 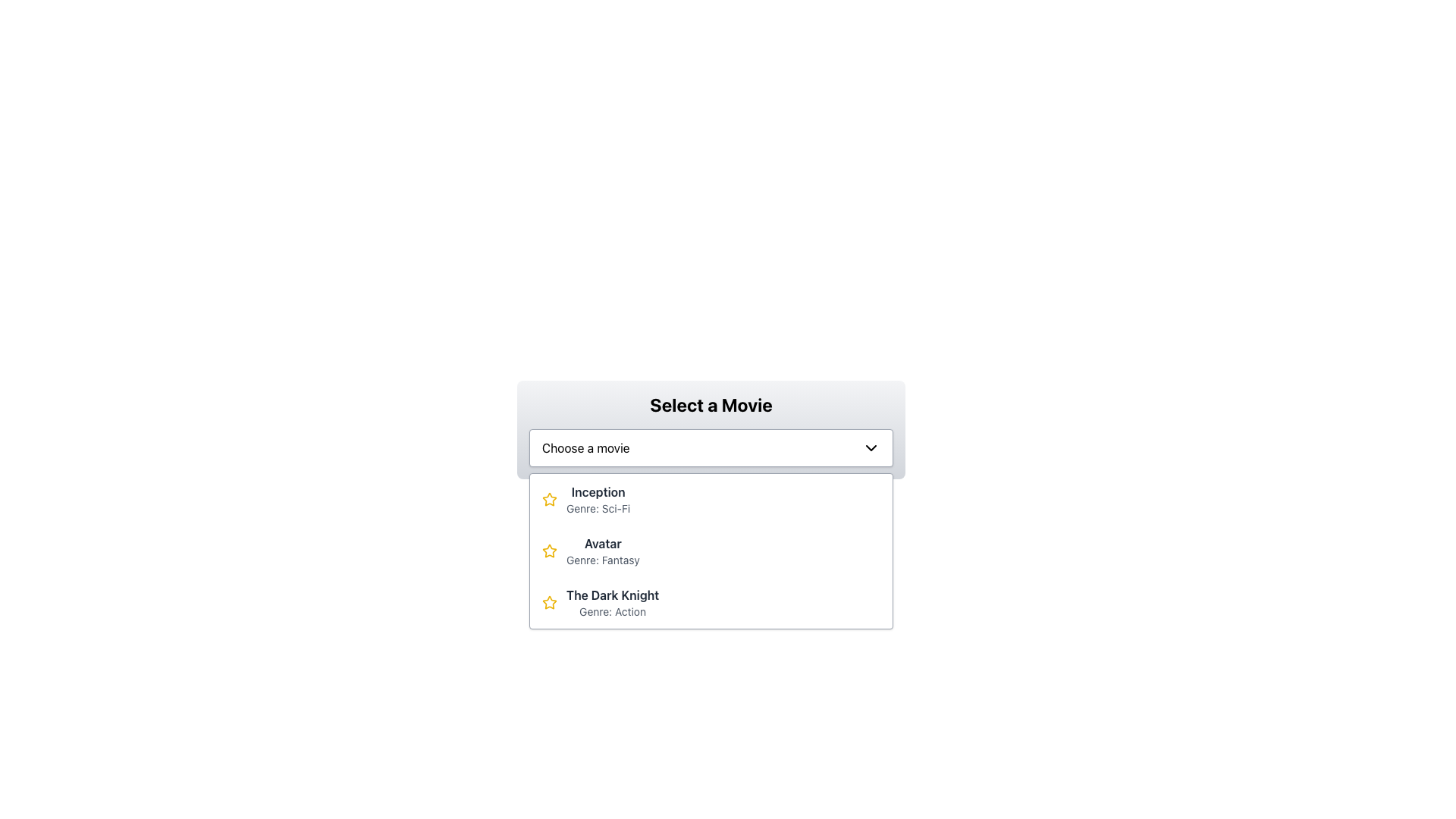 I want to click on the Dropdown list item labeled 'Avatar' which is the second item in the list, so click(x=710, y=551).